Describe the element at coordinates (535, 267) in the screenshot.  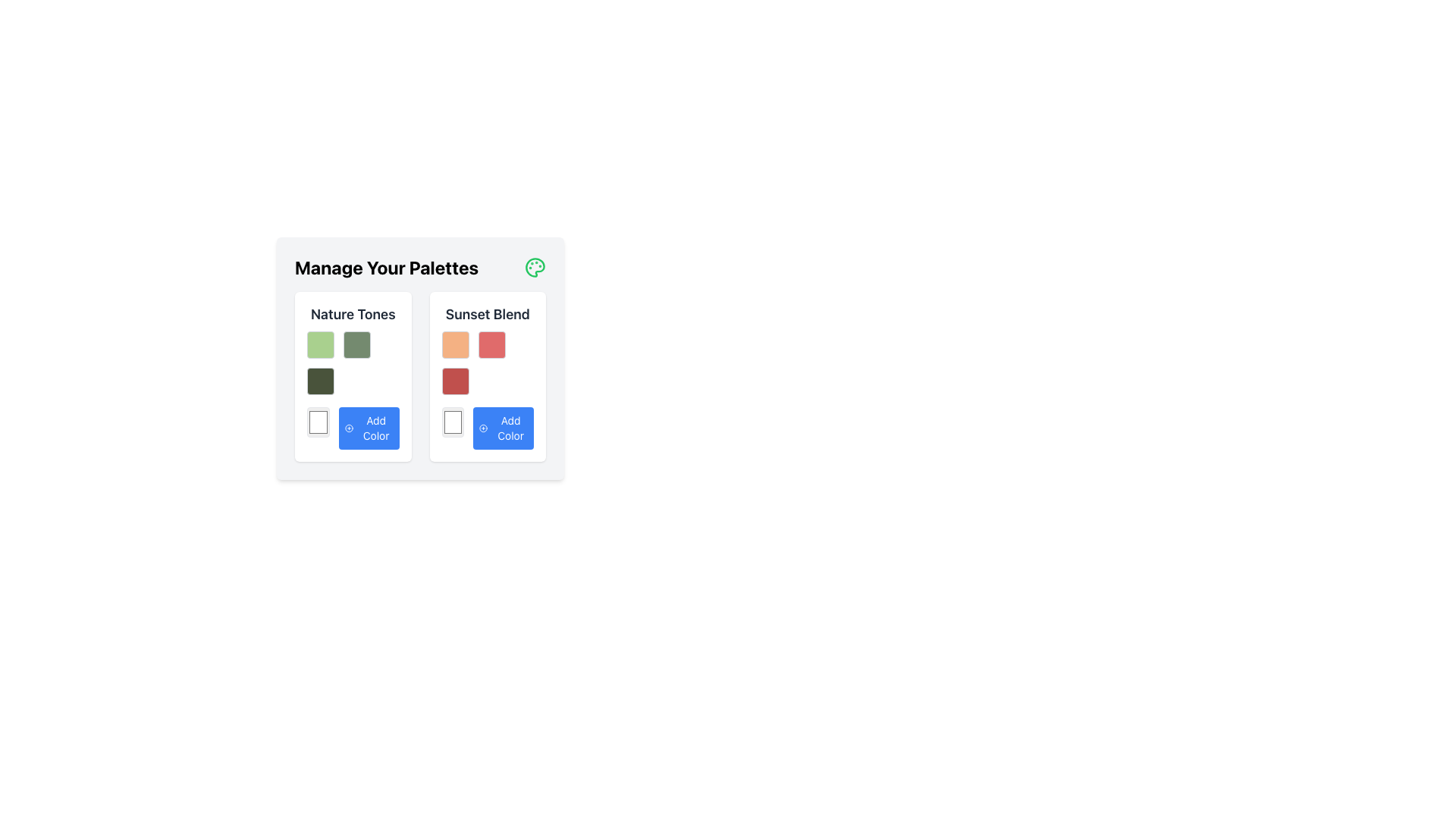
I see `the green-colored palette icon located in the top-right corner of the 'Manage Your Palettes' card, adjacent to the label 'Manage Your Palettes'` at that location.